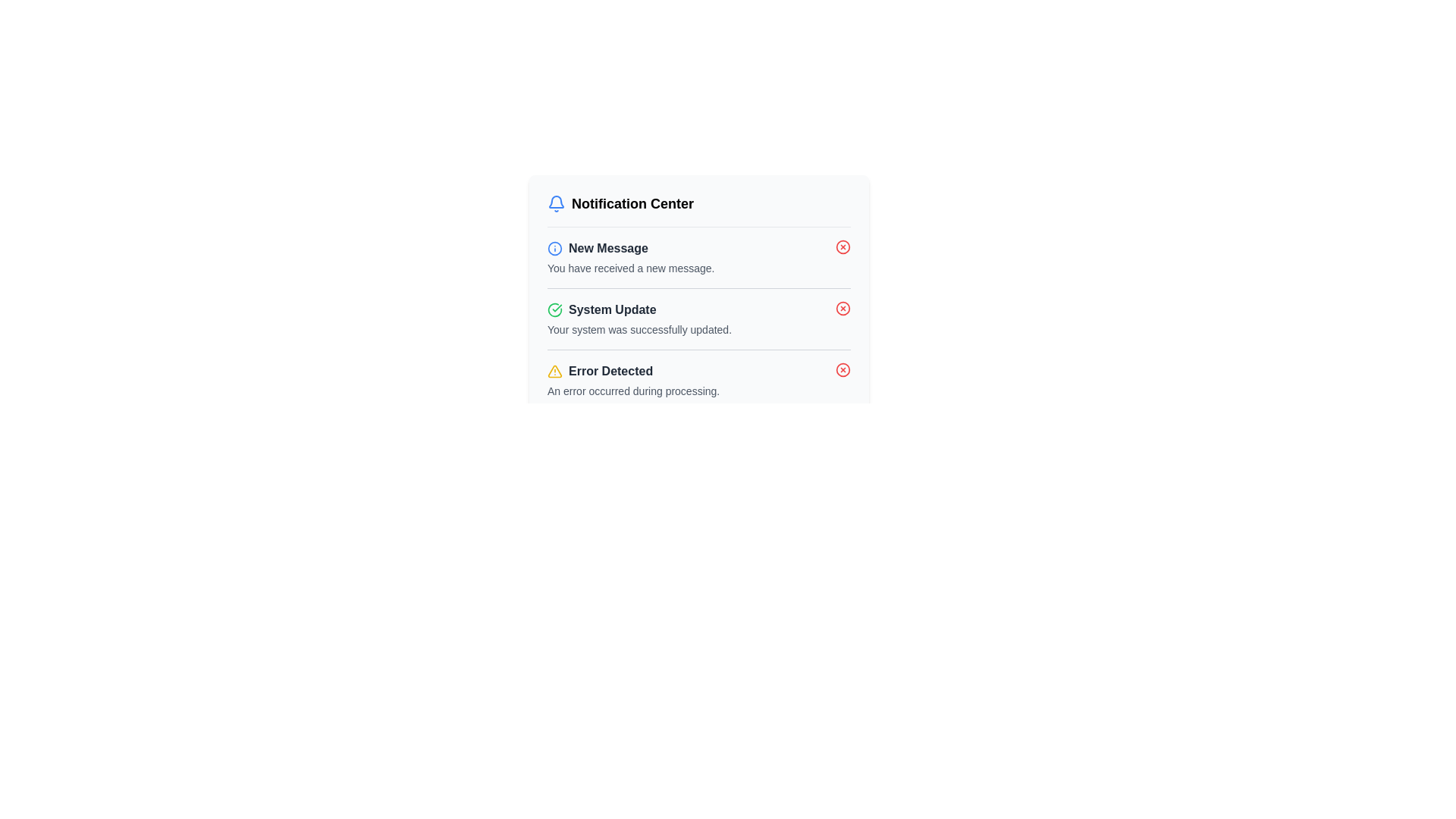 The image size is (1456, 819). Describe the element at coordinates (612, 309) in the screenshot. I see `text label 'System Update' which is styled in bold and medium gray, positioned below the 'New Message' notification and above the 'Error Detected' notification, with a green check icon to its left` at that location.